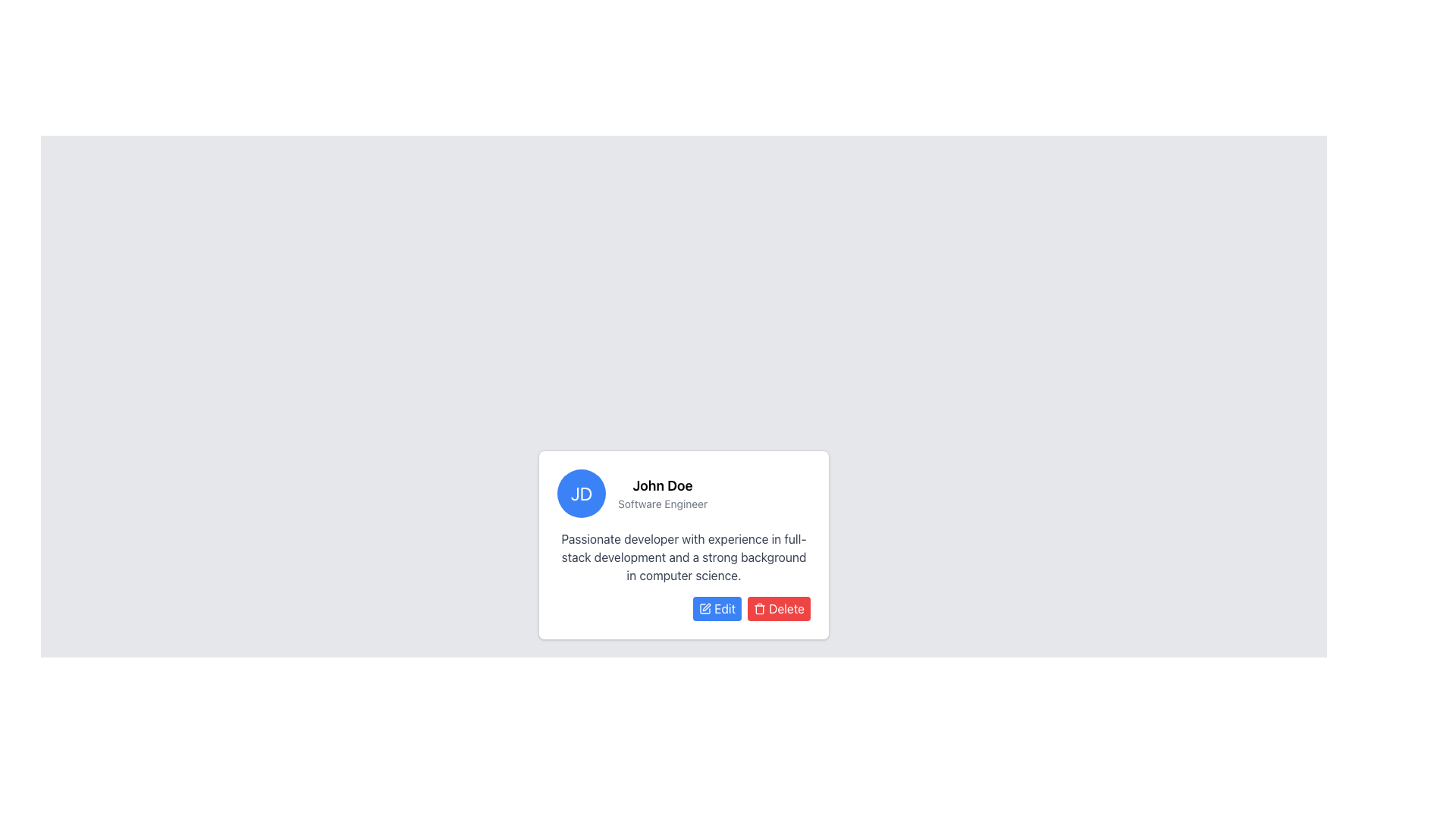 The image size is (1456, 819). What do you see at coordinates (760, 607) in the screenshot?
I see `the delete icon located within the 'Delete' button at the bottom of the profile card to initiate the delete action` at bounding box center [760, 607].